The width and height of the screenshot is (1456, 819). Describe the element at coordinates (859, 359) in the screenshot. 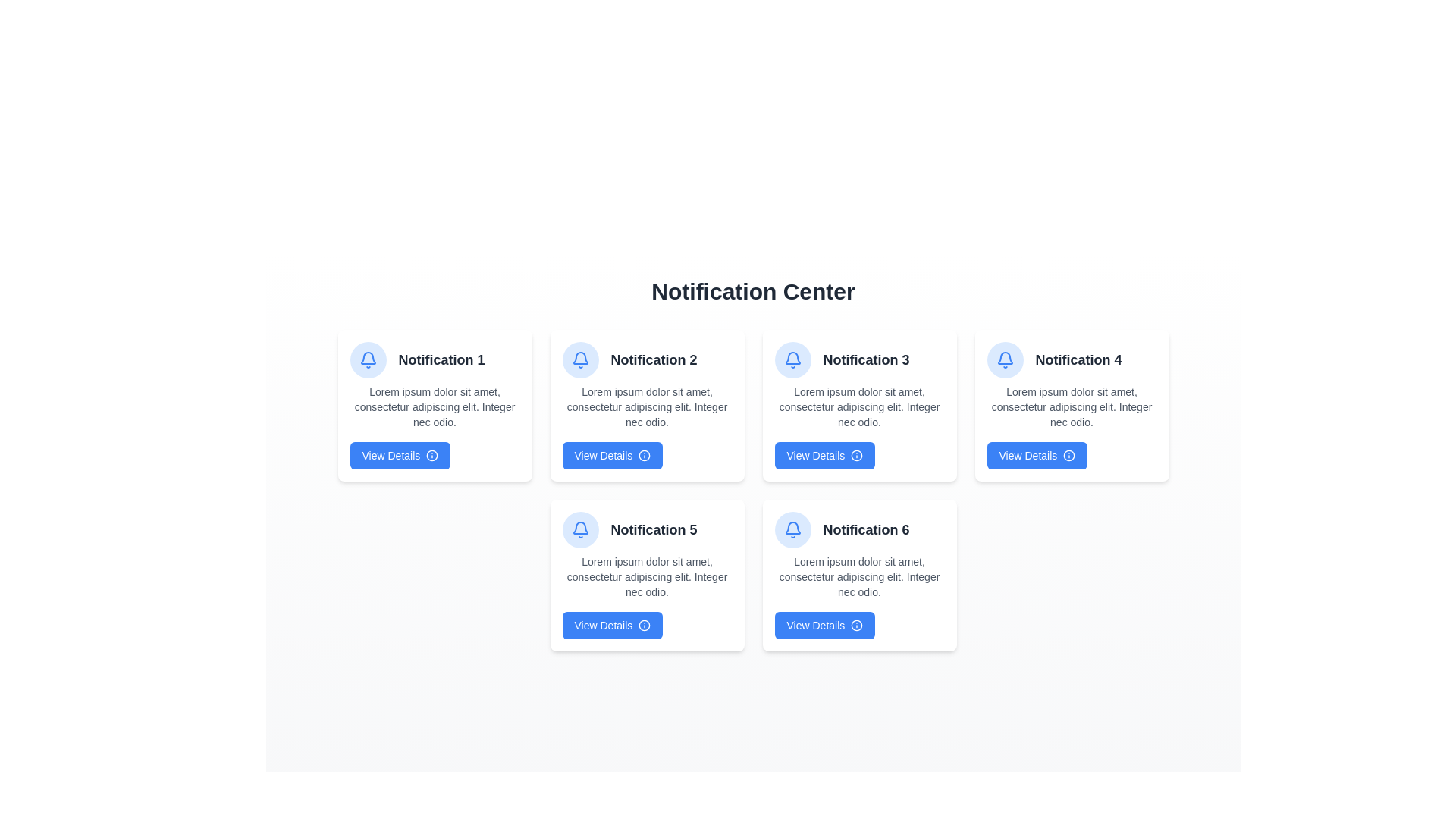

I see `title of the notification labeled 'Notification 3' which is displayed in bold style and has a blue bell icon to its left` at that location.